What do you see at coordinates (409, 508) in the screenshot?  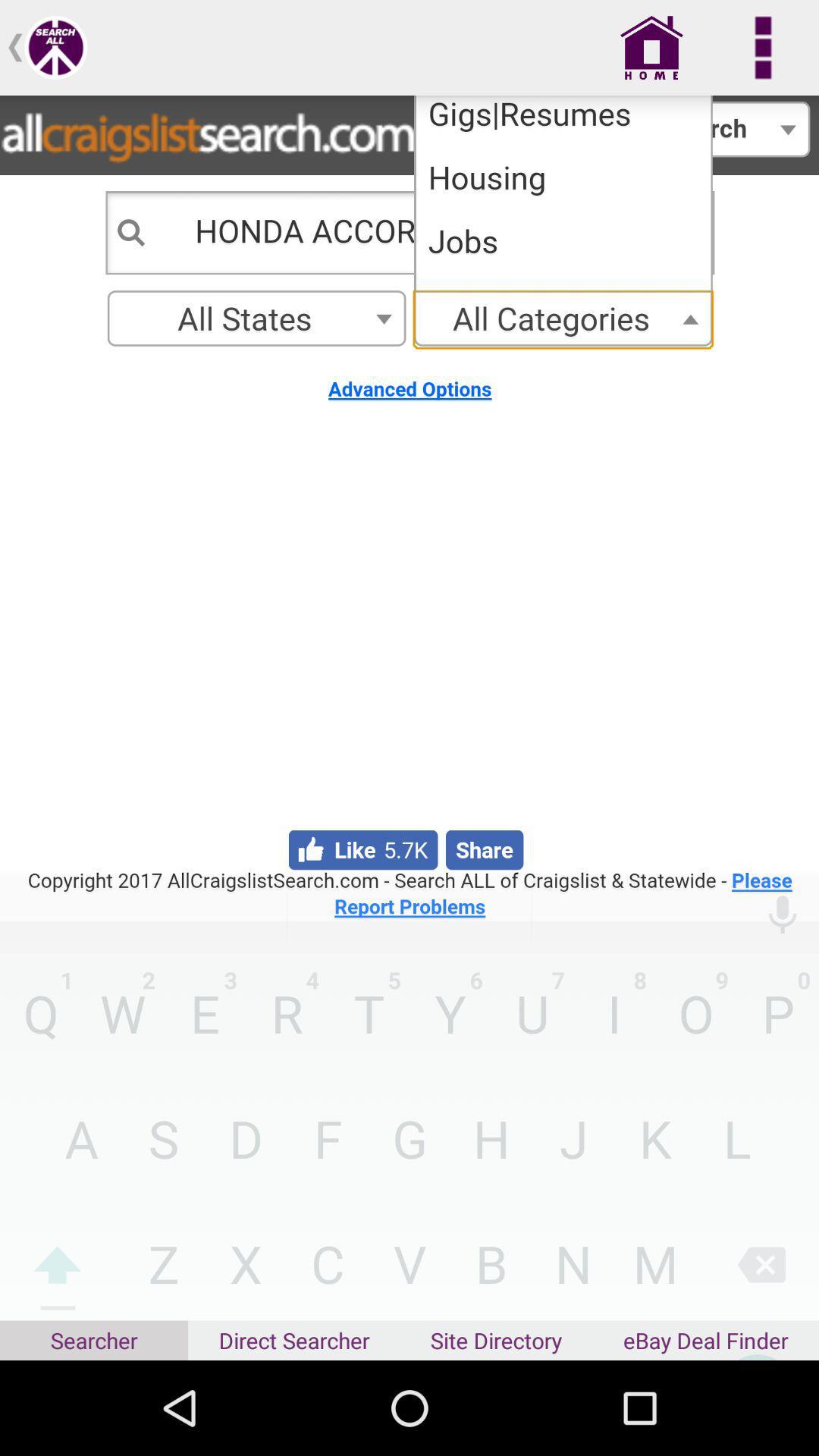 I see `allcraigslist.search.com screen` at bounding box center [409, 508].